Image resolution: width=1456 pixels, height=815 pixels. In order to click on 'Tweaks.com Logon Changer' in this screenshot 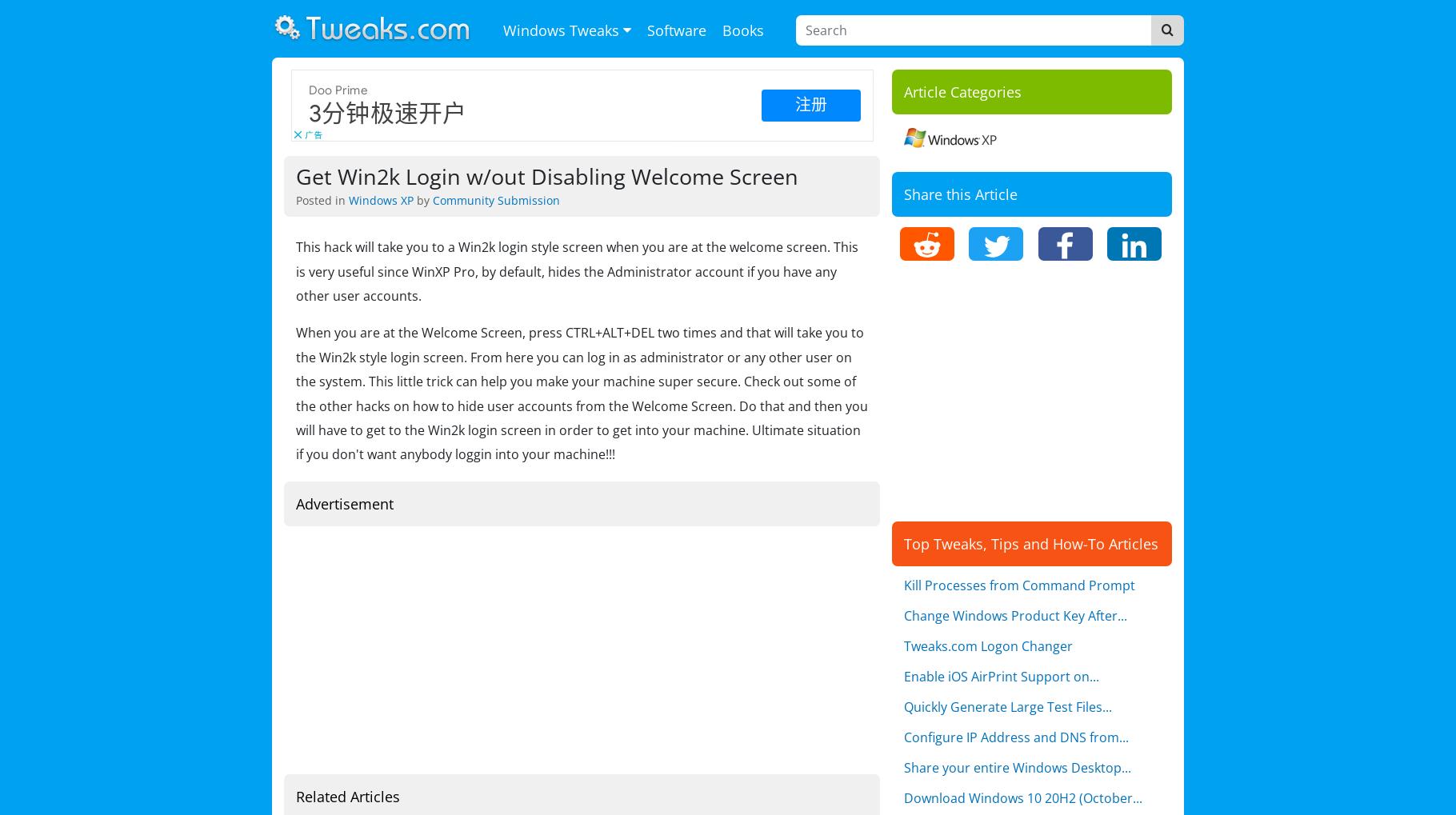, I will do `click(904, 645)`.